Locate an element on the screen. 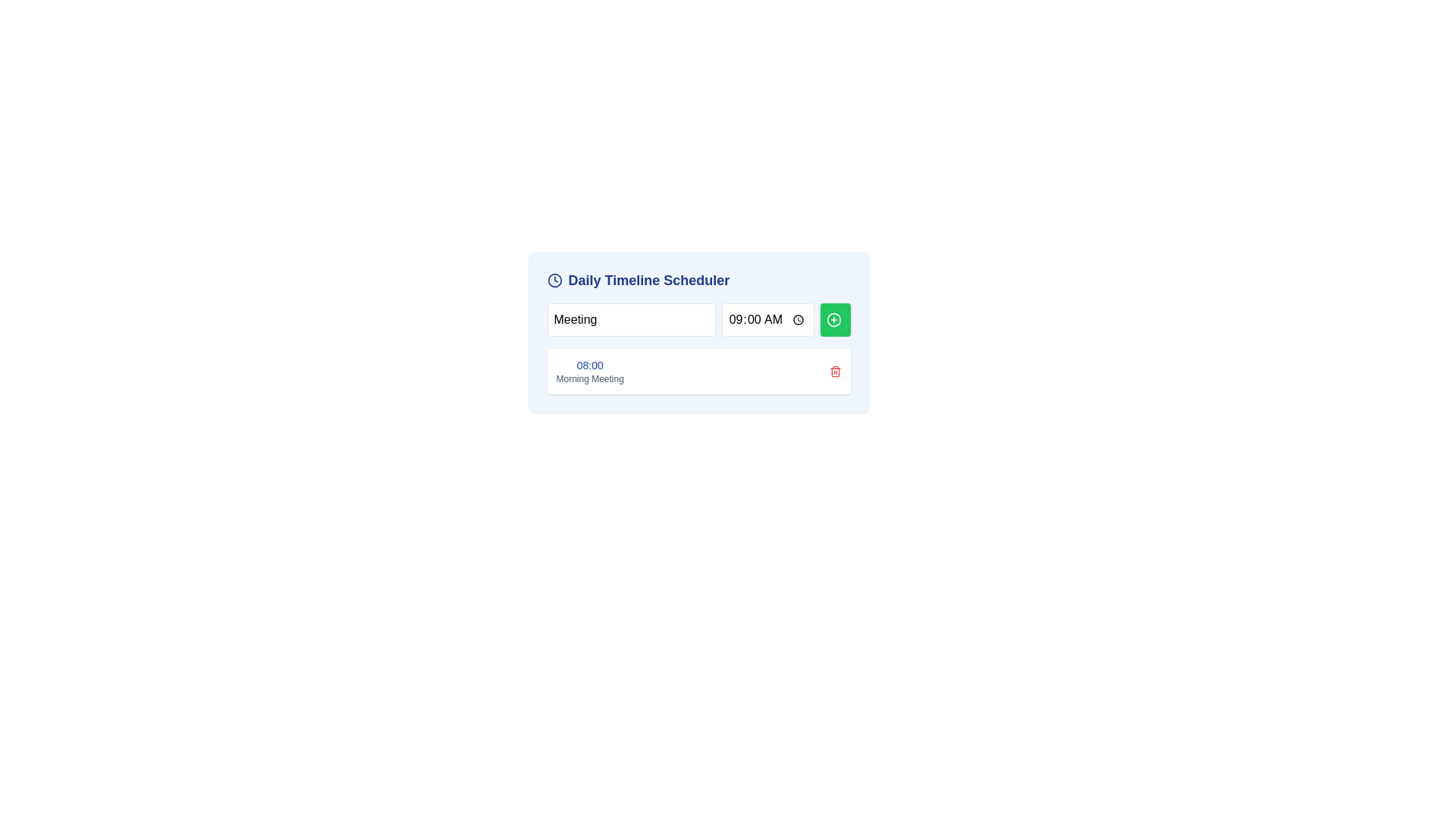  the green circular button with a white plus icon, located at the far right end of the row containing 'Meeting' and '09:00 AM' input fields is located at coordinates (834, 318).